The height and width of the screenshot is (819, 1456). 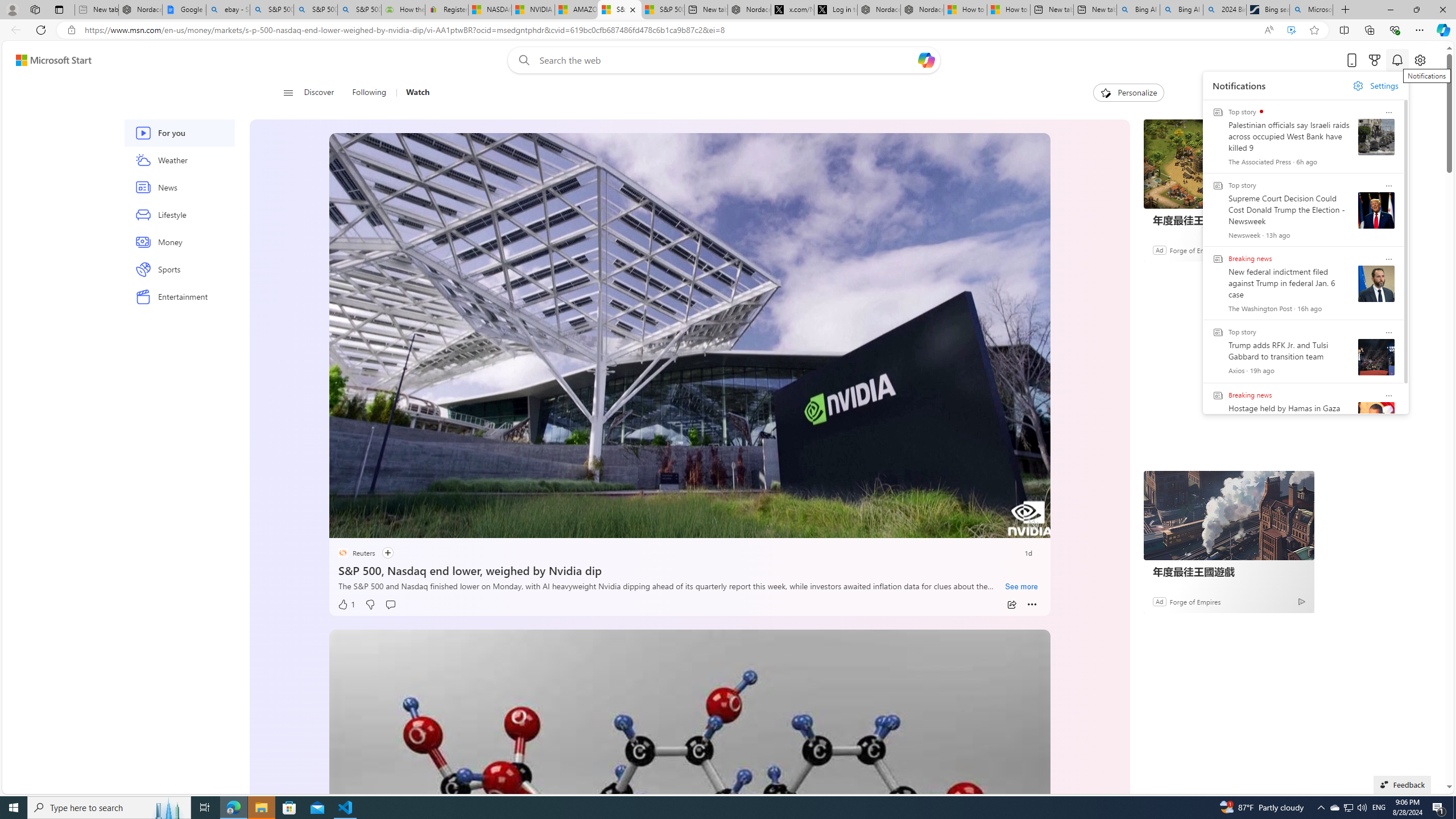 I want to click on 'Share', so click(x=1011, y=604).